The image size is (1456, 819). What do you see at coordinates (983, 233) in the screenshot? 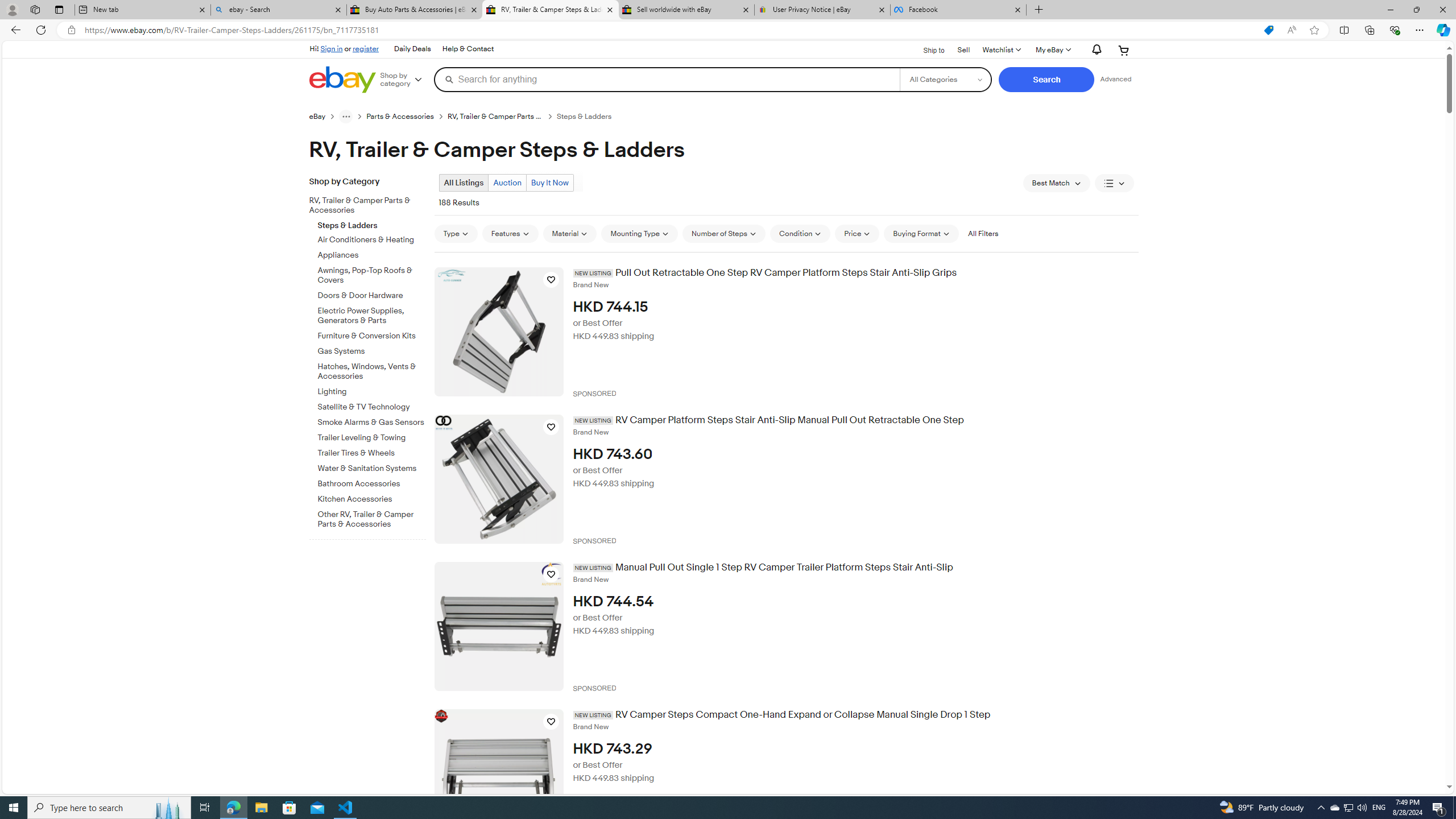
I see `'All Filters'` at bounding box center [983, 233].